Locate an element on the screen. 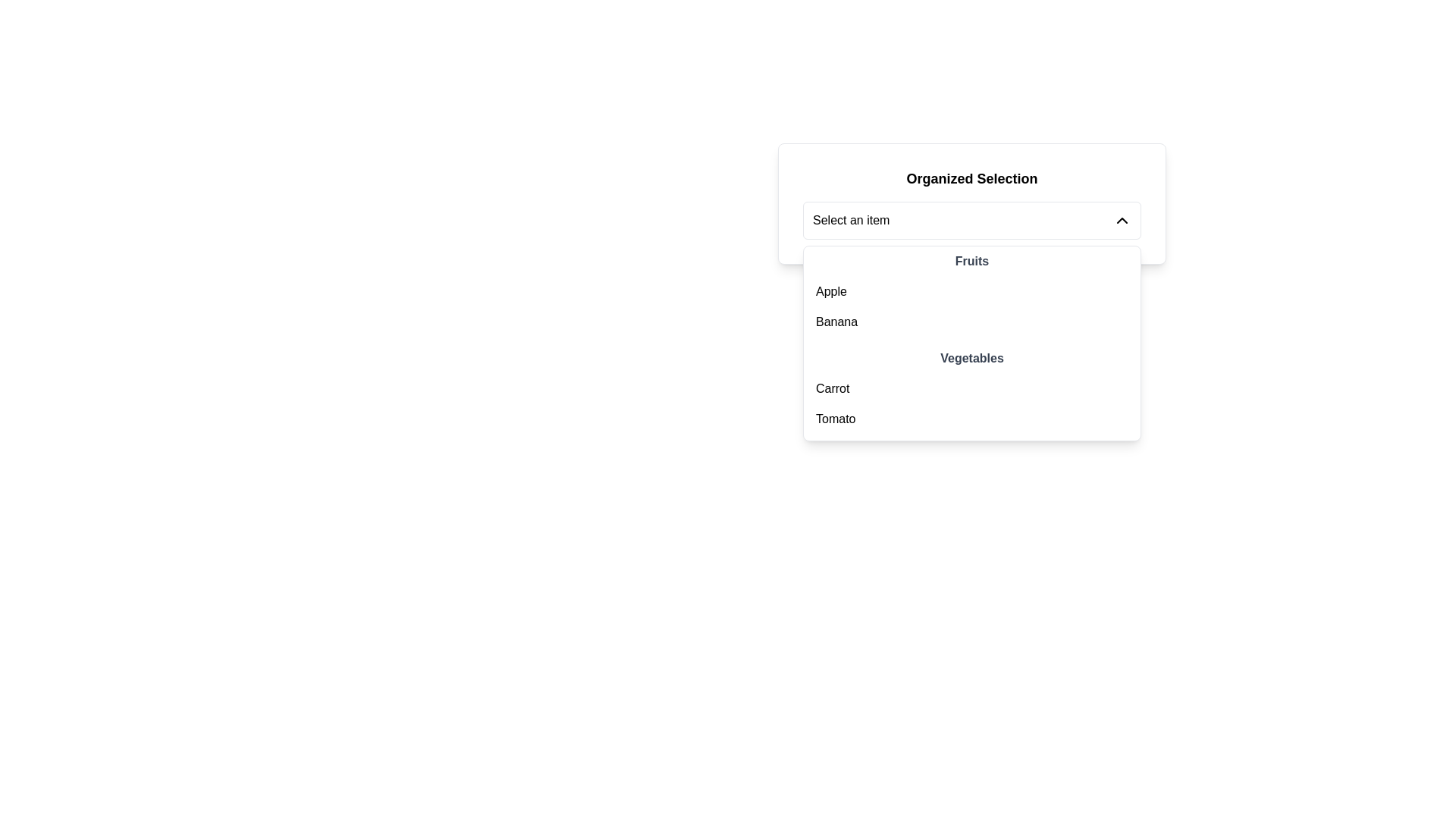  the 'Carrot' text label within the dropdown menu under the 'Vegetables' category is located at coordinates (832, 388).